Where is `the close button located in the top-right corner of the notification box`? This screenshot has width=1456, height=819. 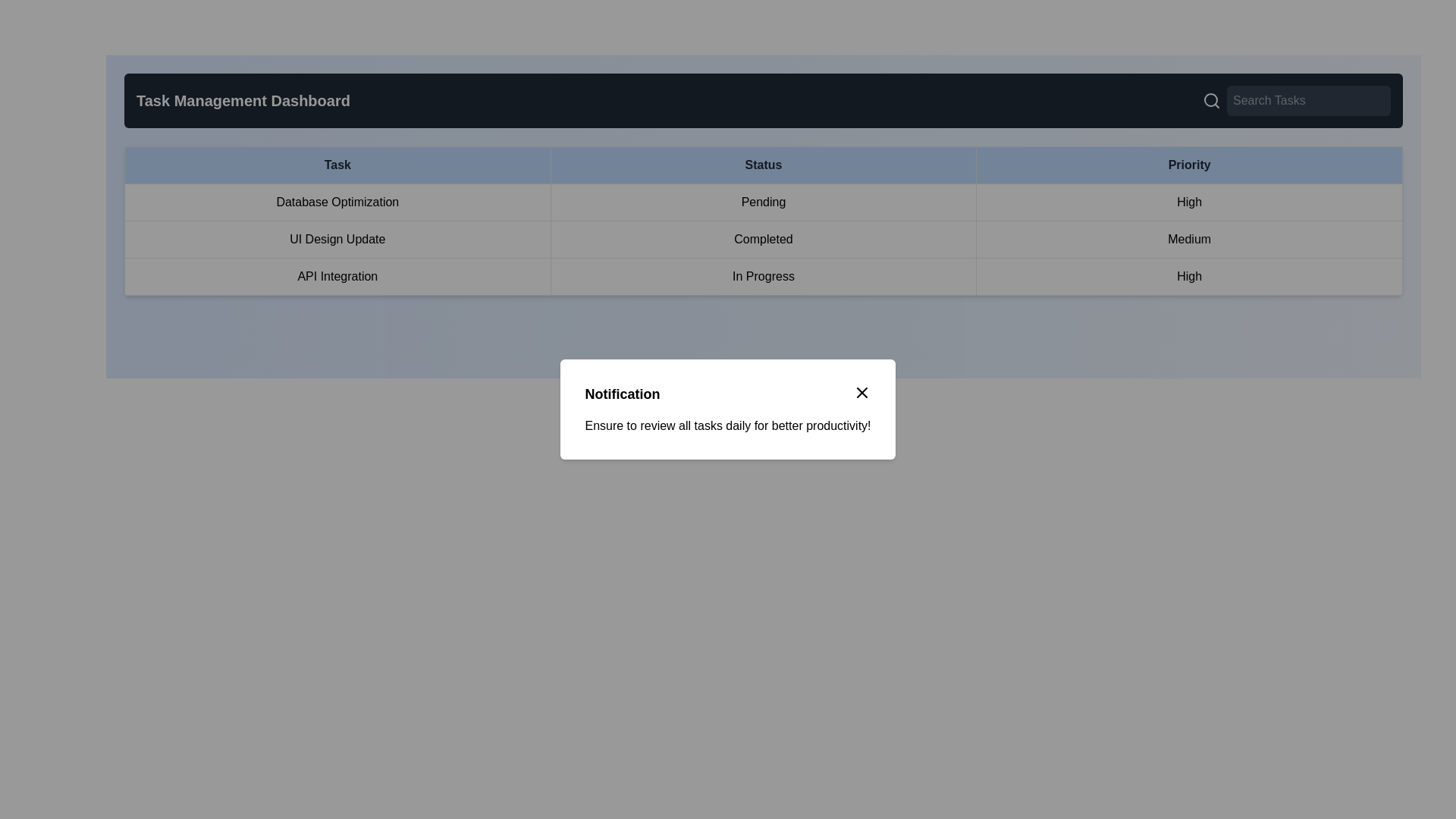 the close button located in the top-right corner of the notification box is located at coordinates (861, 391).